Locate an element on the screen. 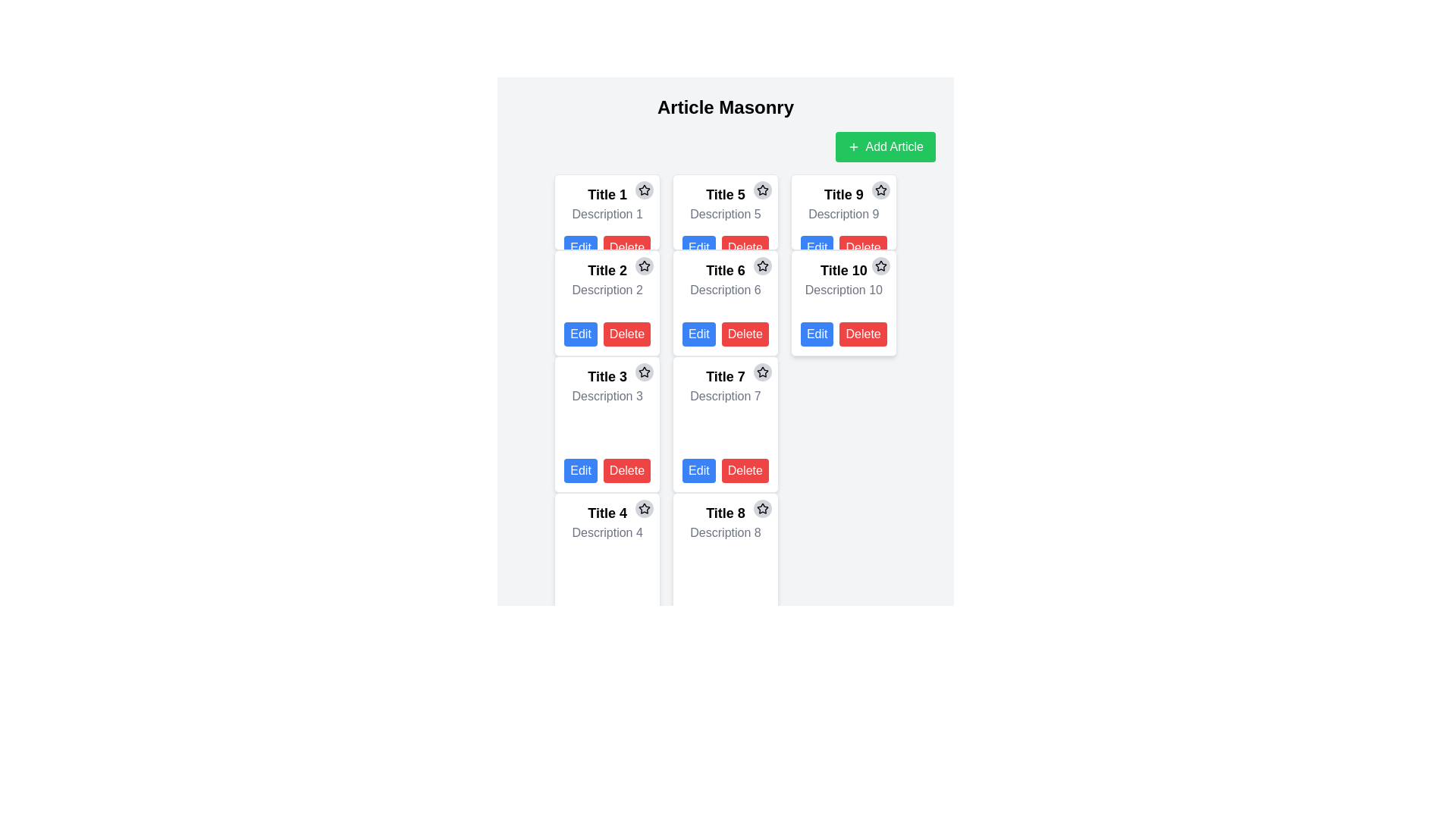 The image size is (1456, 819). the 'Delete' button located at the bottom-right corner of the Card element with a white background and rounded border, which contains the title 'Title 10' and subtitle 'Description 10' is located at coordinates (843, 303).